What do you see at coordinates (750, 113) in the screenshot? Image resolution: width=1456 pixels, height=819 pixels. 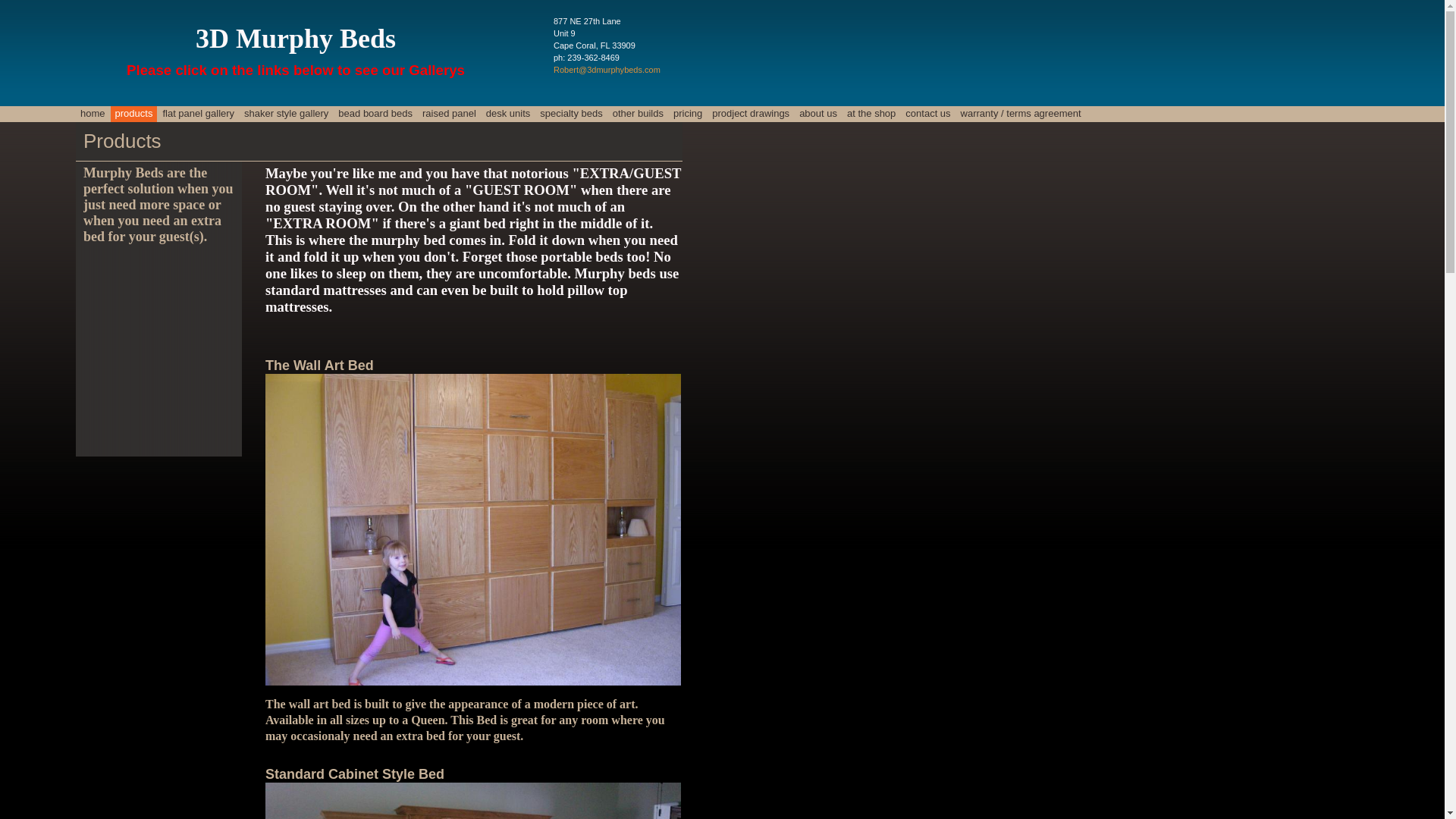 I see `'prodject drawings'` at bounding box center [750, 113].